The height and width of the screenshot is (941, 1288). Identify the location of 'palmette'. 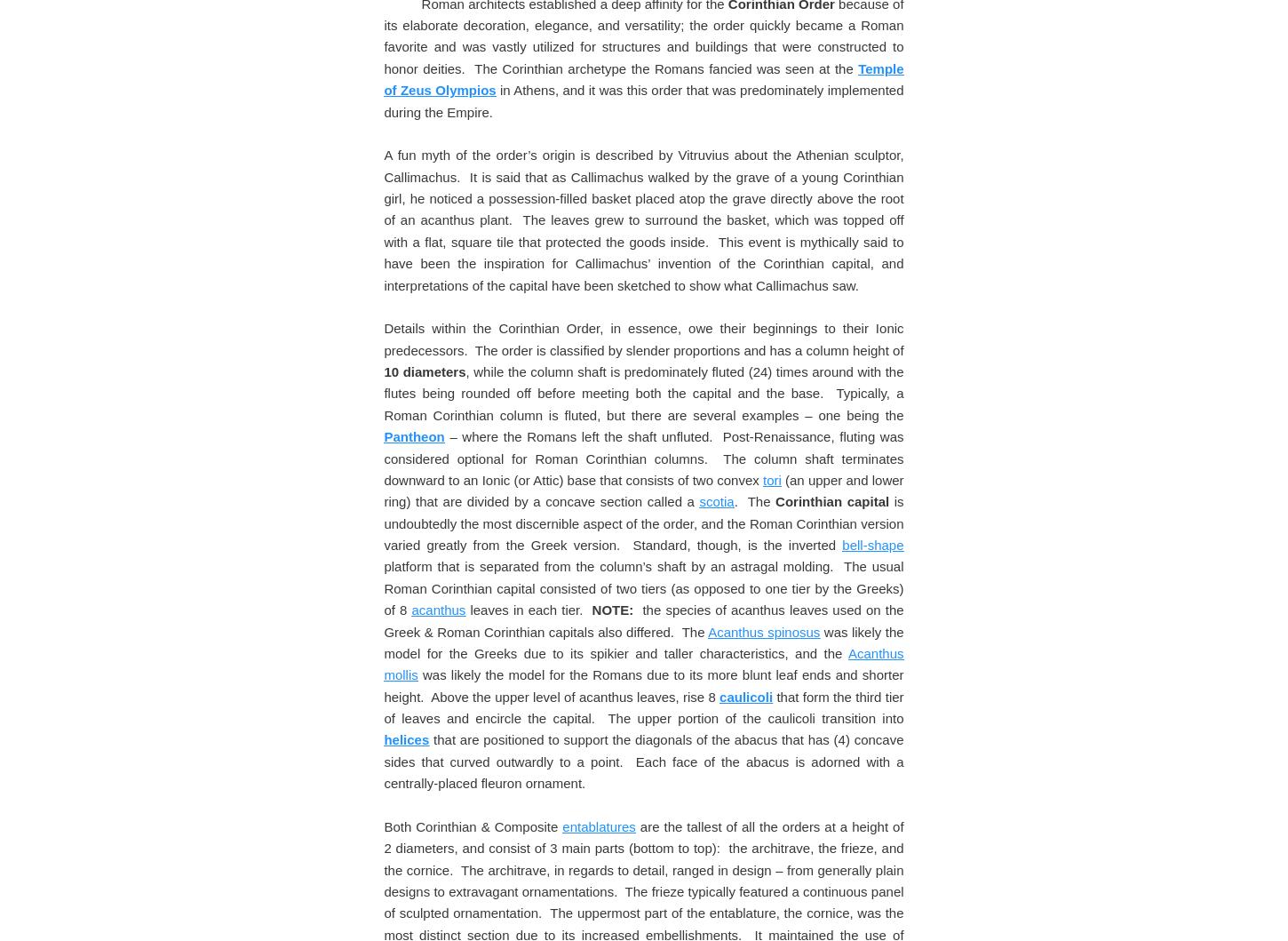
(408, 57).